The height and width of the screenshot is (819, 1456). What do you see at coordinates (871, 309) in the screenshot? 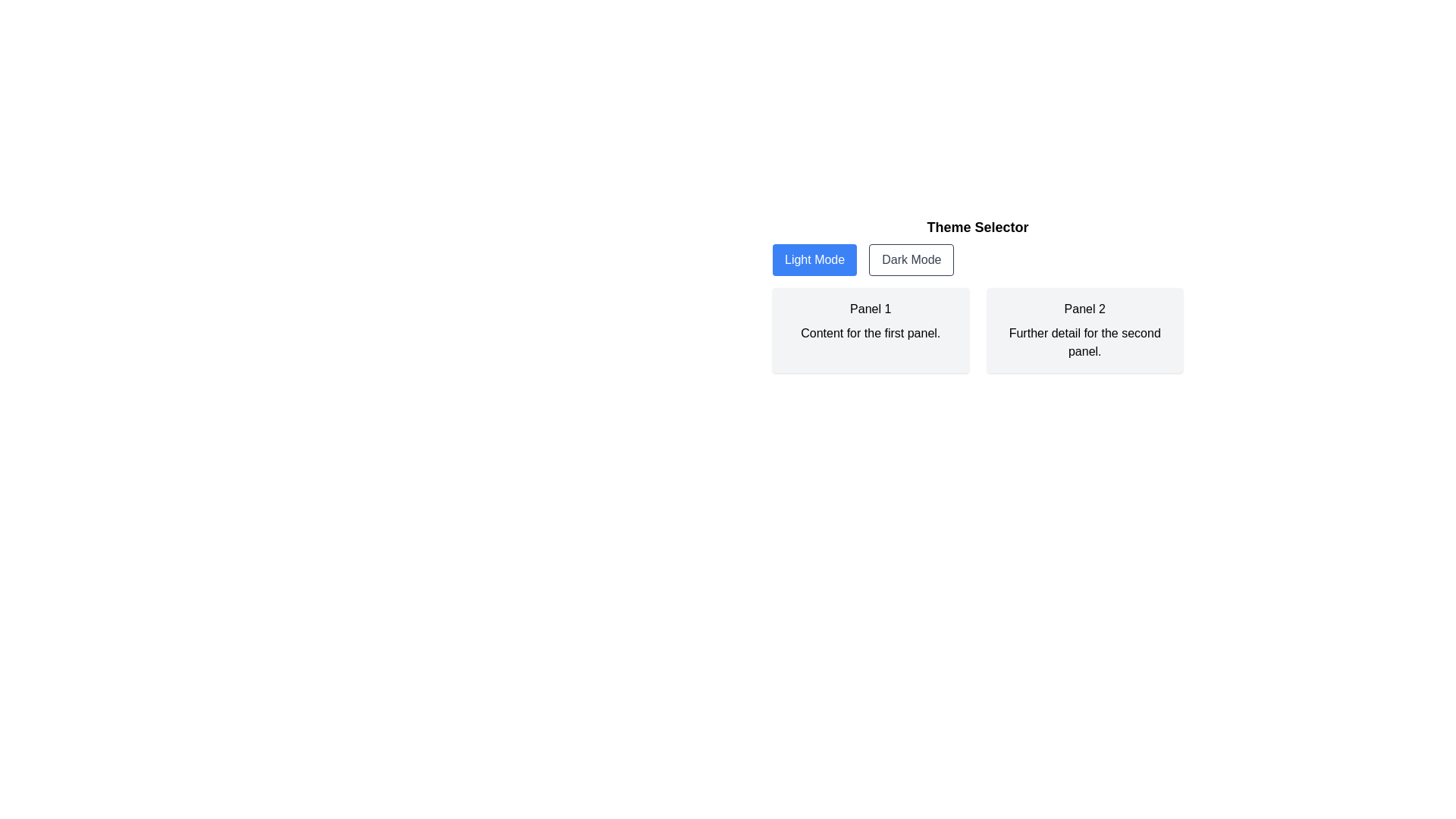
I see `the header text of the first panel, which serves as a title for the panel's content` at bounding box center [871, 309].